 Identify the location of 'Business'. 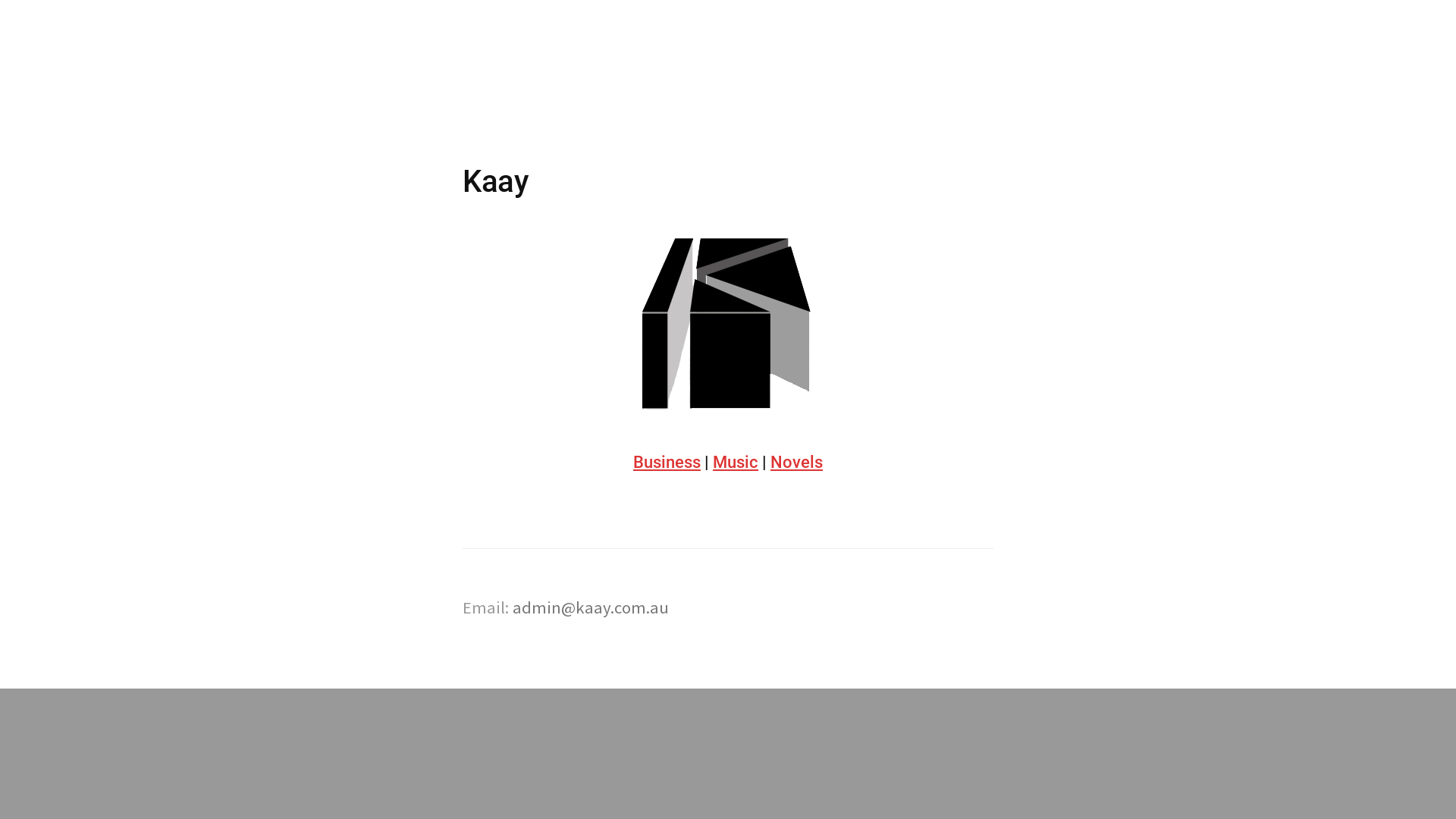
(667, 461).